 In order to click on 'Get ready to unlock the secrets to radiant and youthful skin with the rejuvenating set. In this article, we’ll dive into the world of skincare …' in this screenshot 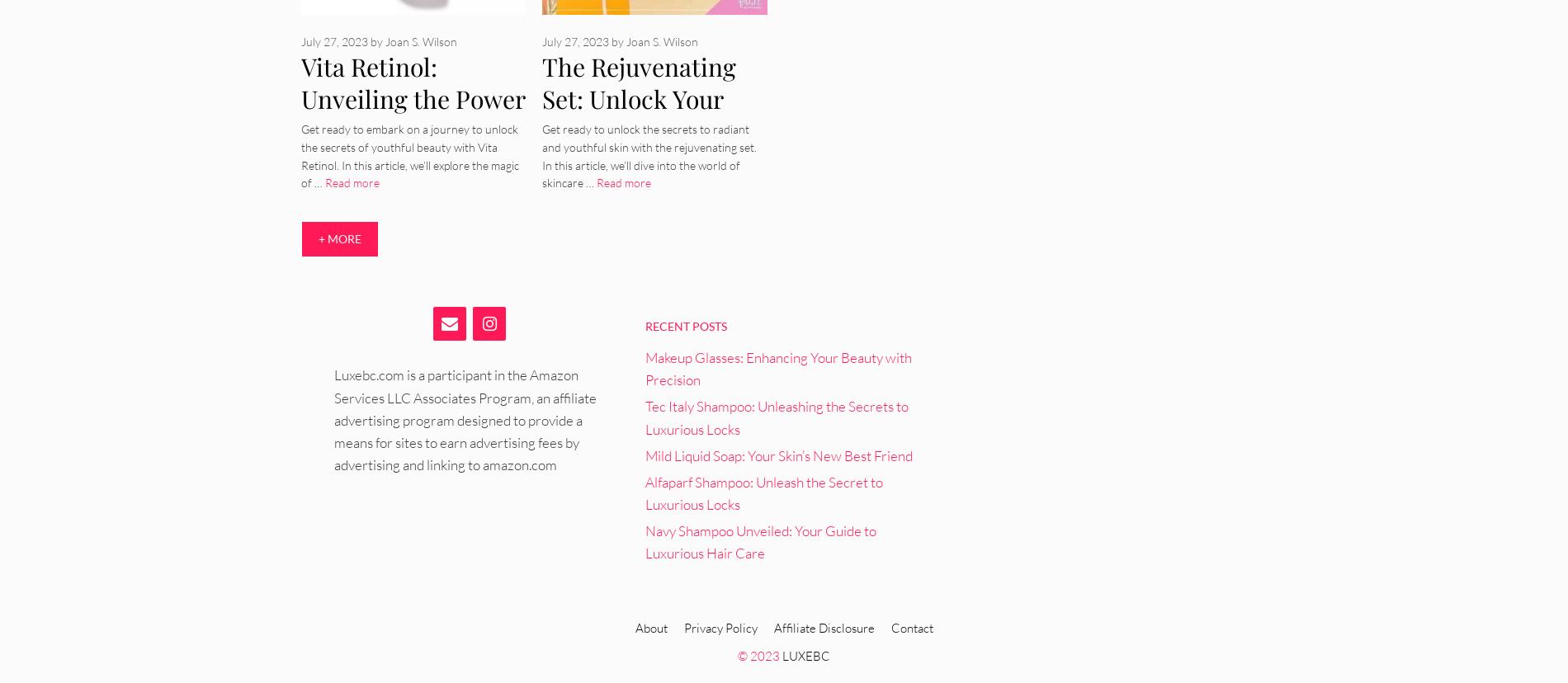, I will do `click(648, 155)`.